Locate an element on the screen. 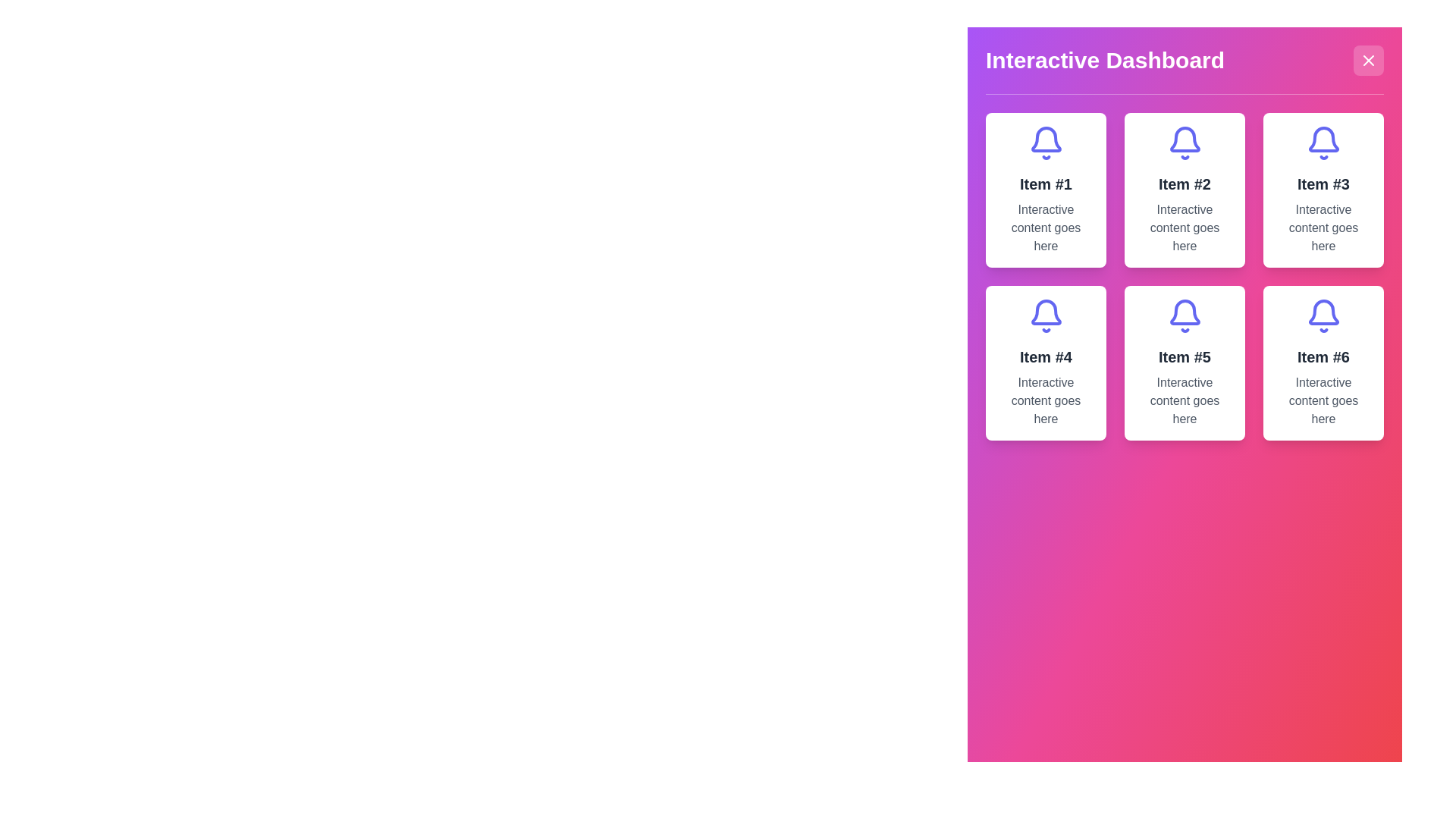 Image resolution: width=1456 pixels, height=819 pixels. the text label displaying 'Item #2' which is centrally aligned within its card in the 'Interactive Dashboard' interface is located at coordinates (1184, 184).